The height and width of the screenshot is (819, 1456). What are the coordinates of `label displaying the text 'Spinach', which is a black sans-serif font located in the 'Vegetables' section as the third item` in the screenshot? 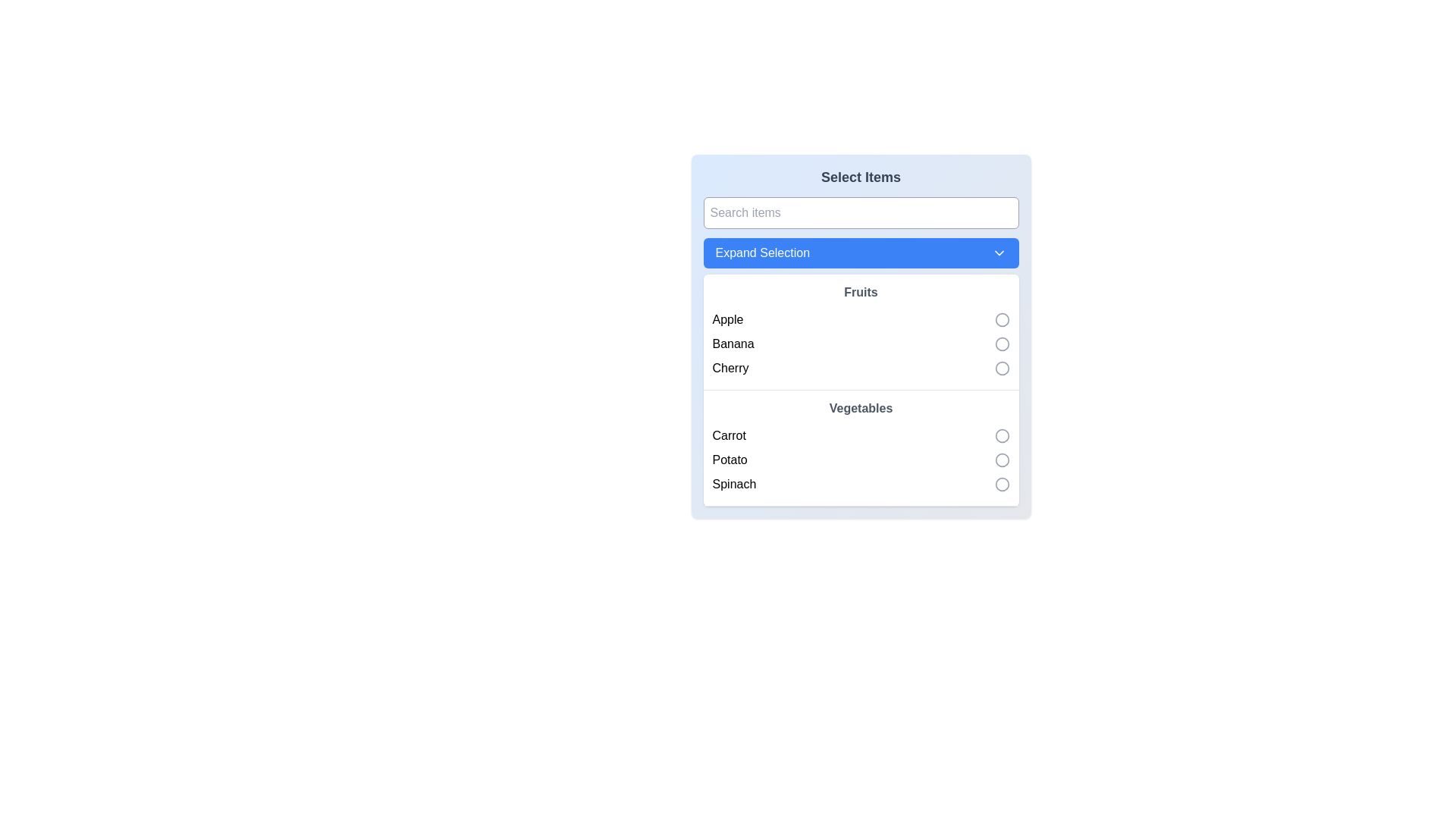 It's located at (734, 485).